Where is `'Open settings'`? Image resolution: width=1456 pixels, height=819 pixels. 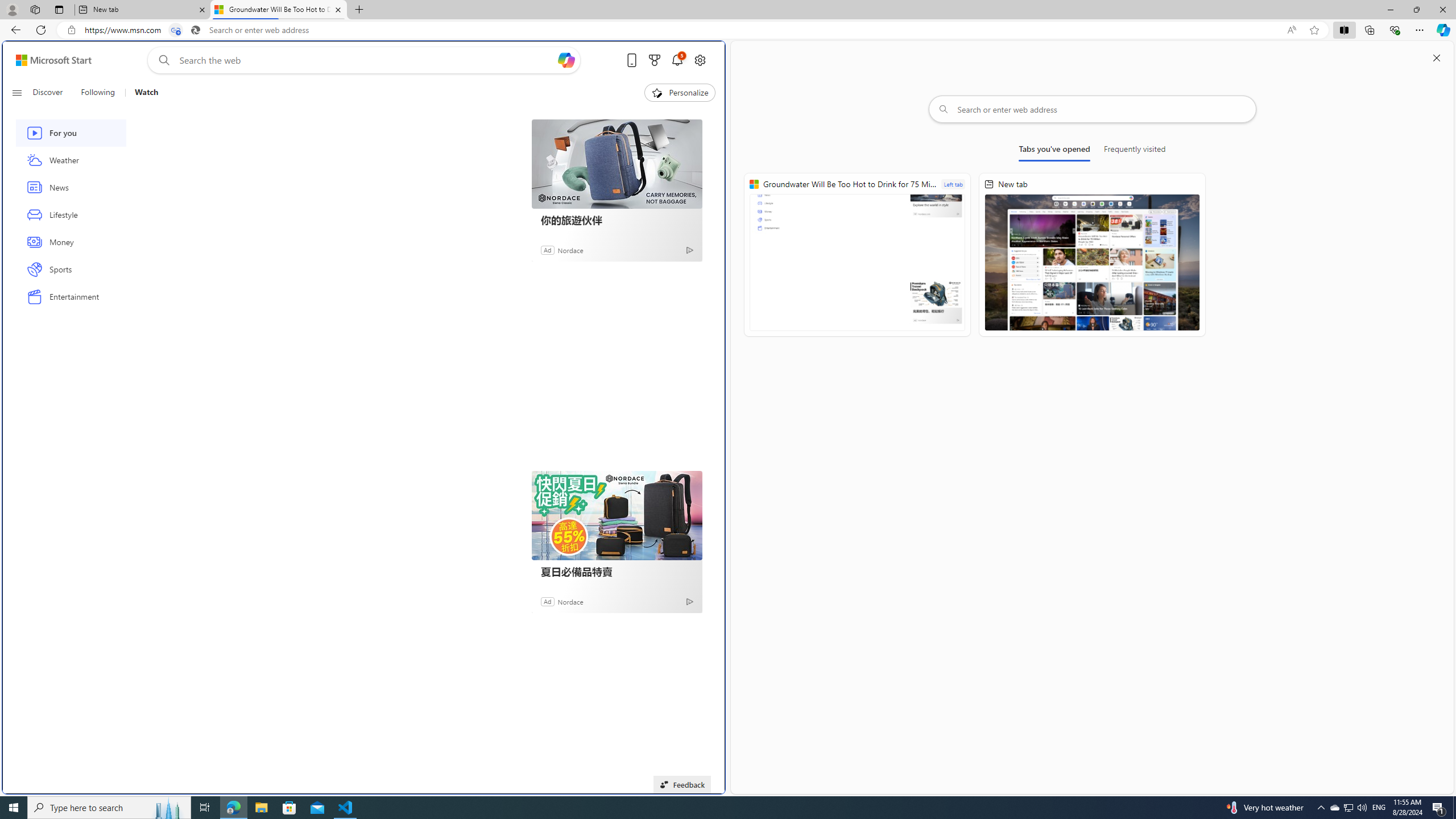 'Open settings' is located at coordinates (700, 60).